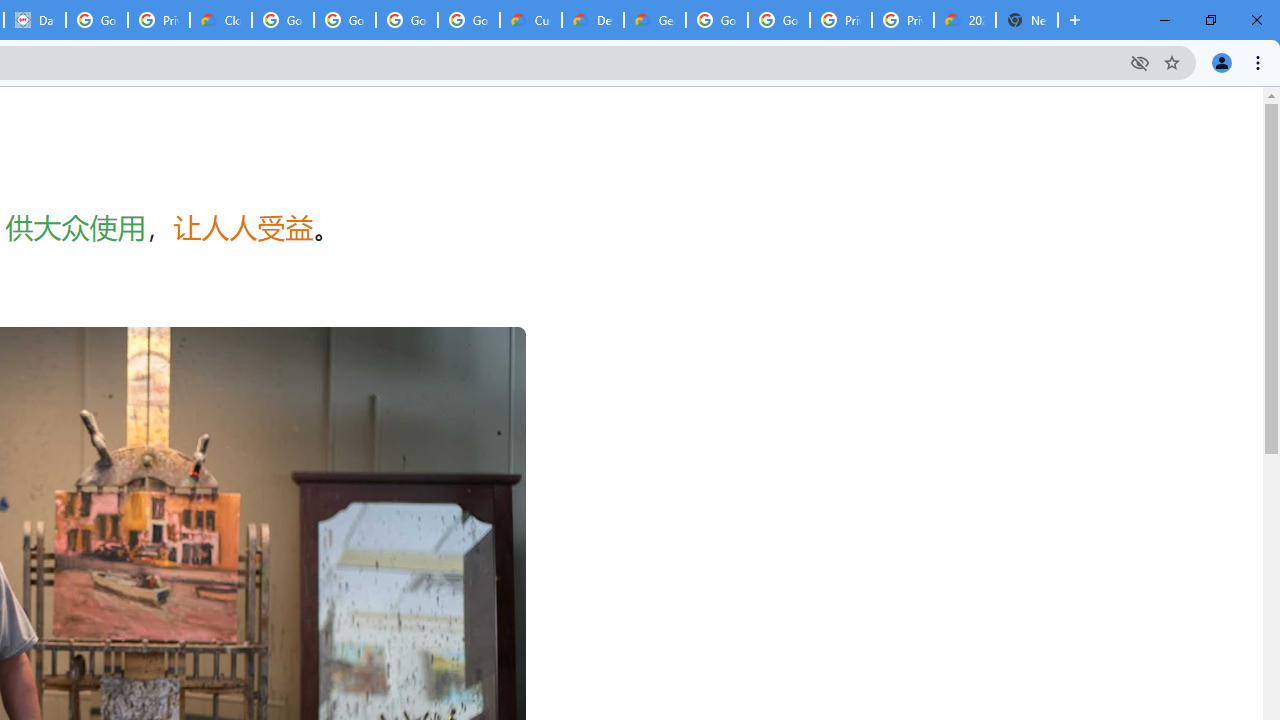 Image resolution: width=1280 pixels, height=720 pixels. I want to click on 'New Tab', so click(1027, 20).